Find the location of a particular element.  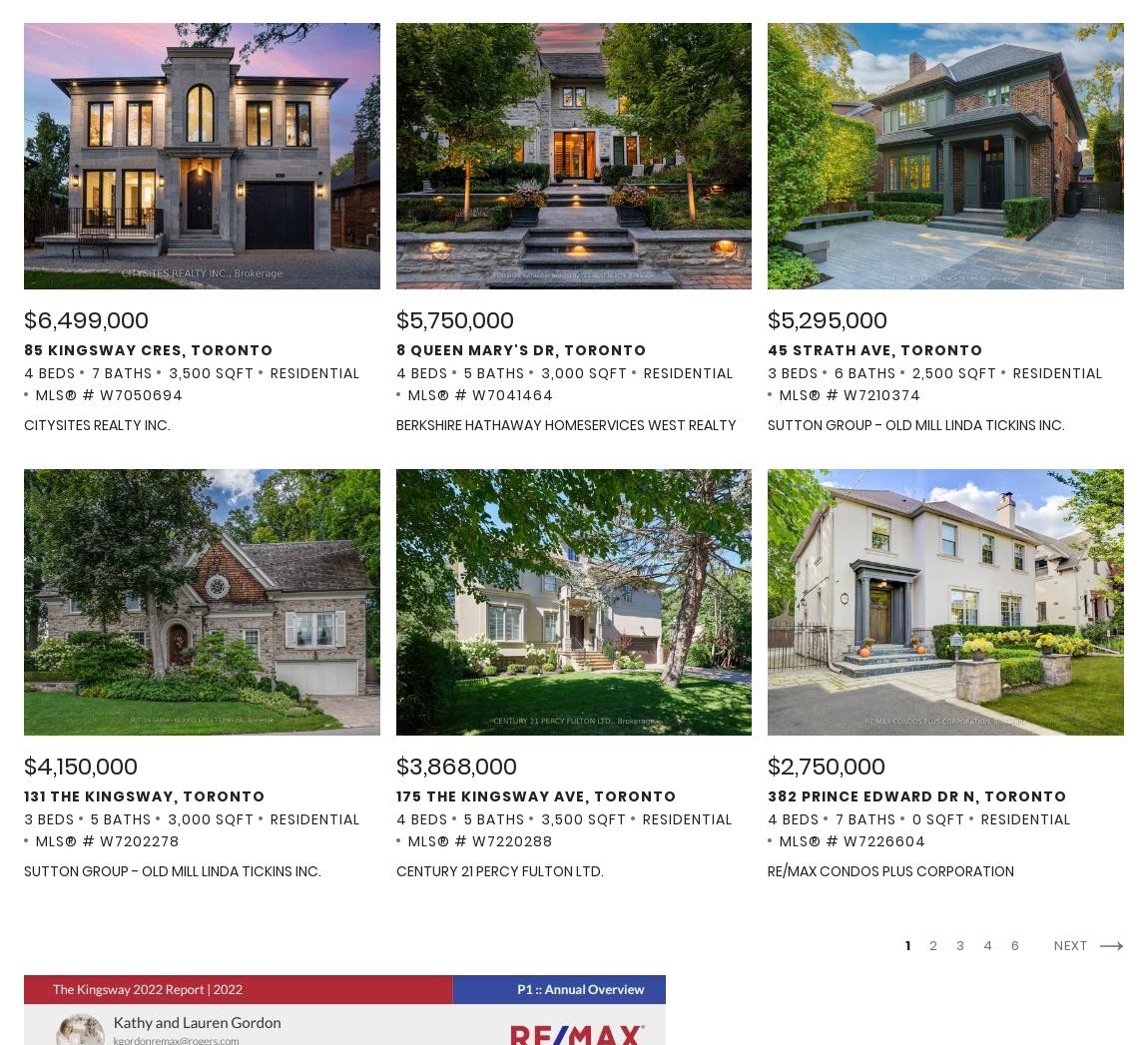

'CITYSITES REALTY INC.' is located at coordinates (96, 424).